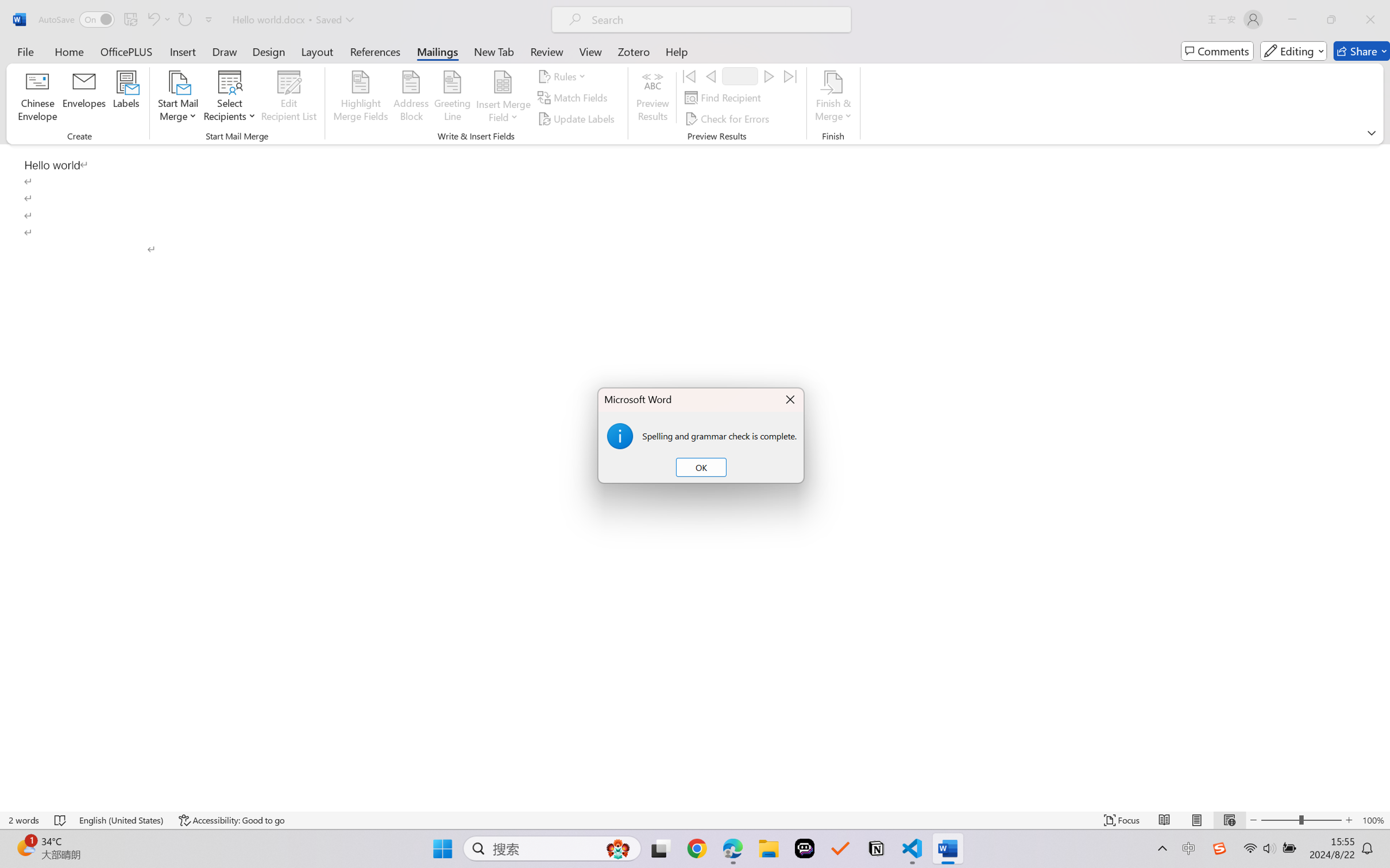 This screenshot has width=1390, height=868. Describe the element at coordinates (804, 848) in the screenshot. I see `'Poe'` at that location.